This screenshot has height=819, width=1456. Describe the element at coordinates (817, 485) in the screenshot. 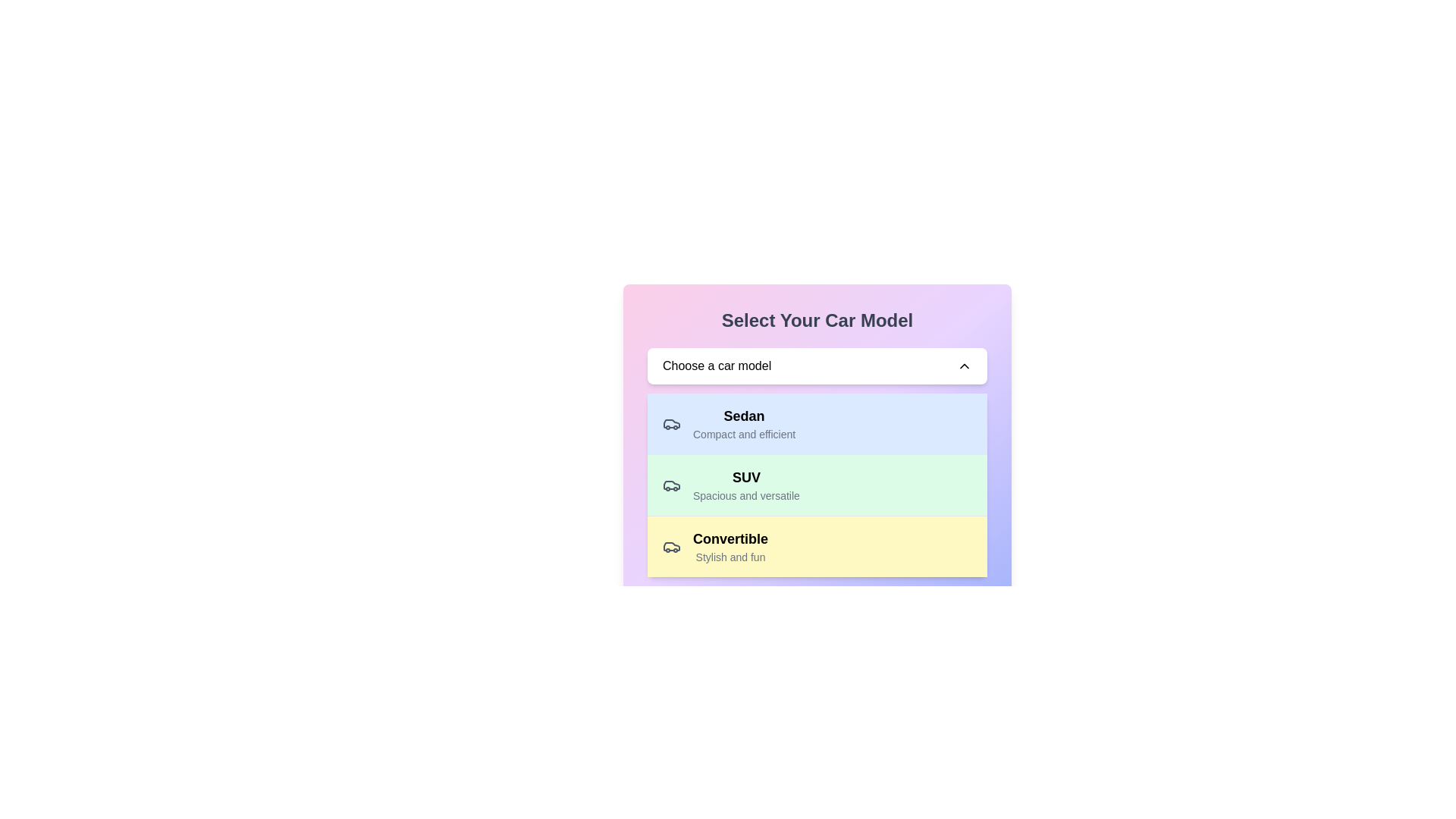

I see `the 'SUV' option in the dropdown menu, which is the second option beneath the 'Choose a car model' selector button` at that location.